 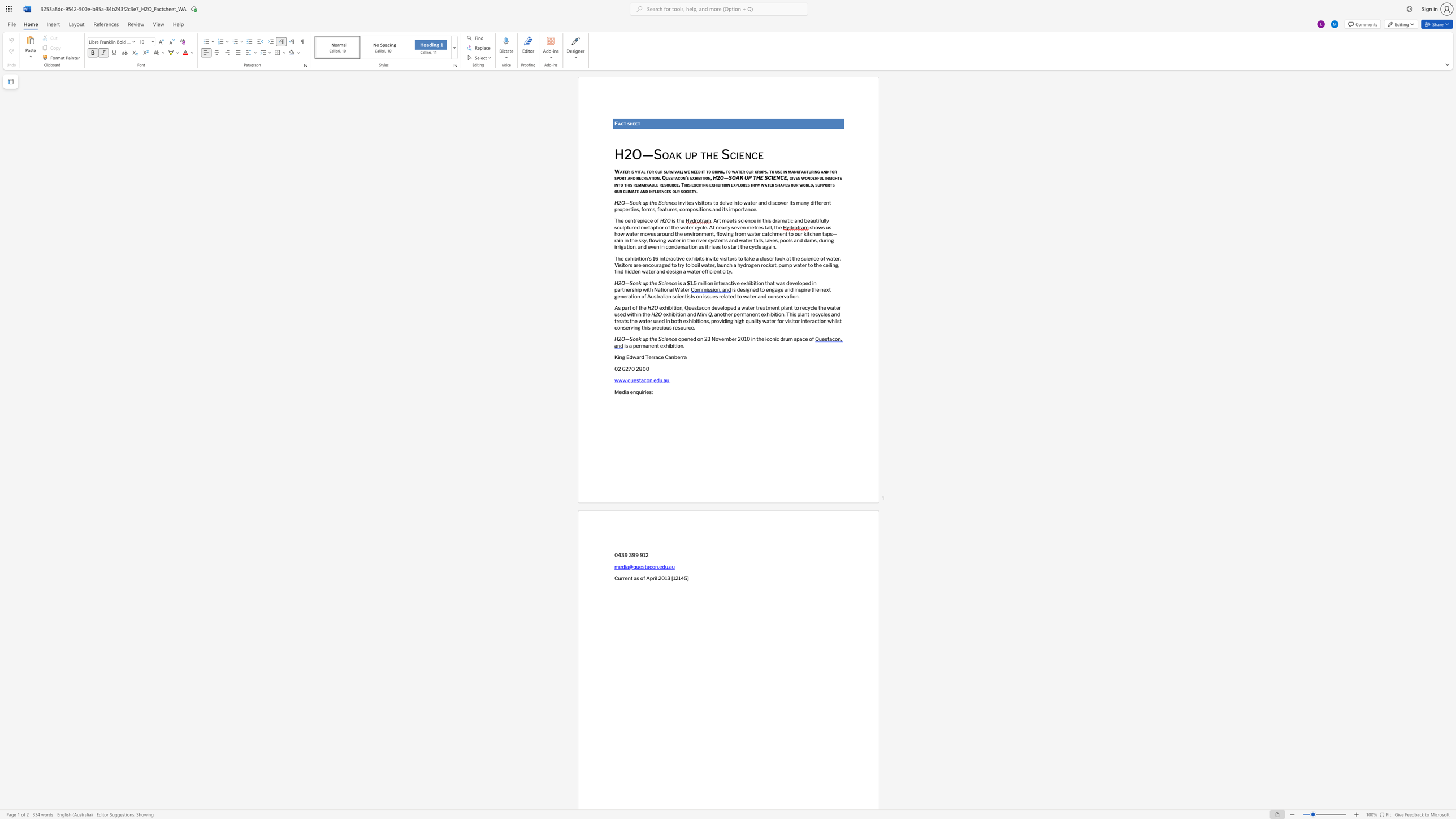 What do you see at coordinates (739, 154) in the screenshot?
I see `the space between the continuous character "i" and "e" in the text` at bounding box center [739, 154].